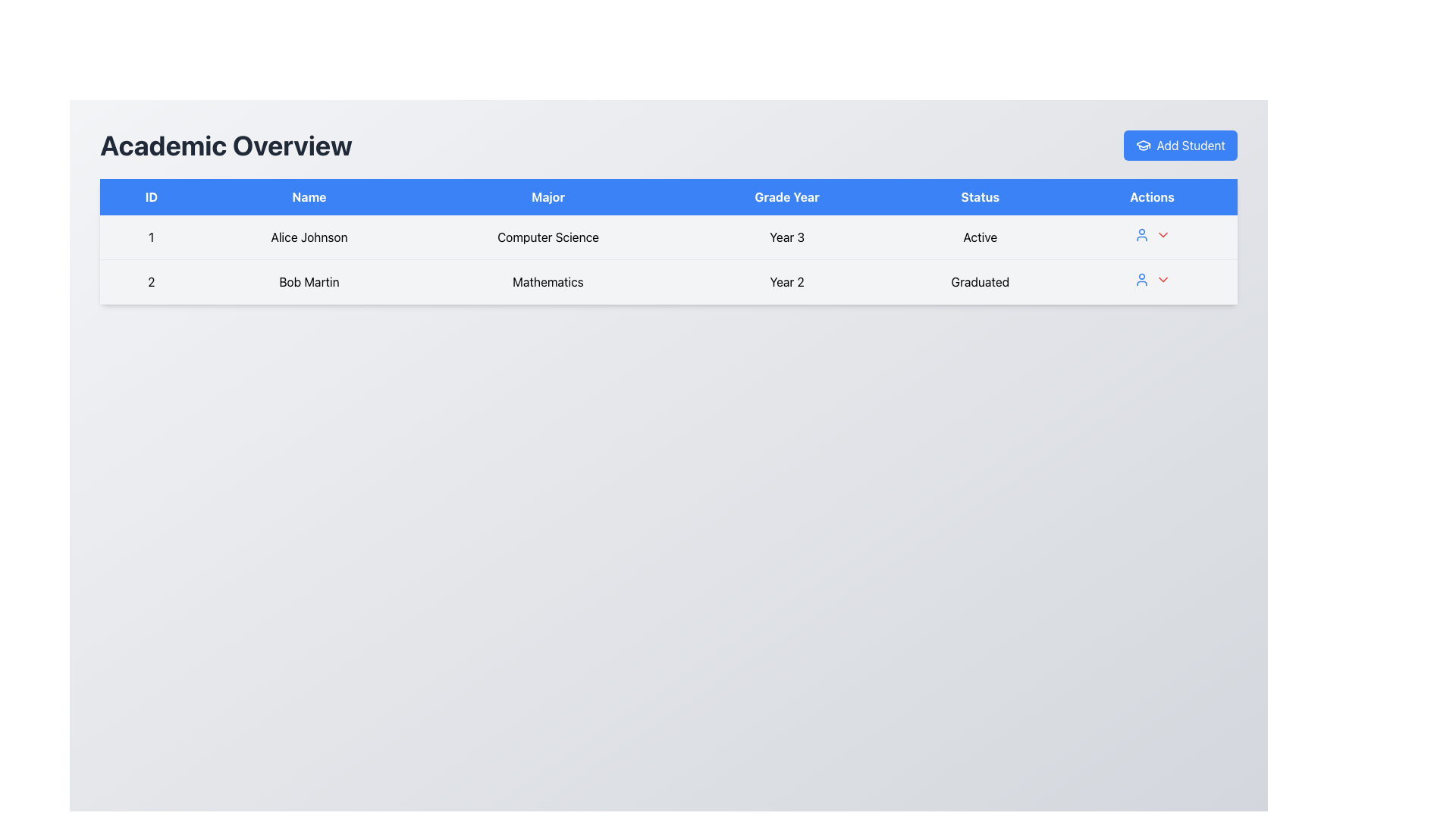  What do you see at coordinates (1152, 281) in the screenshot?
I see `the Interactive Grouping element` at bounding box center [1152, 281].